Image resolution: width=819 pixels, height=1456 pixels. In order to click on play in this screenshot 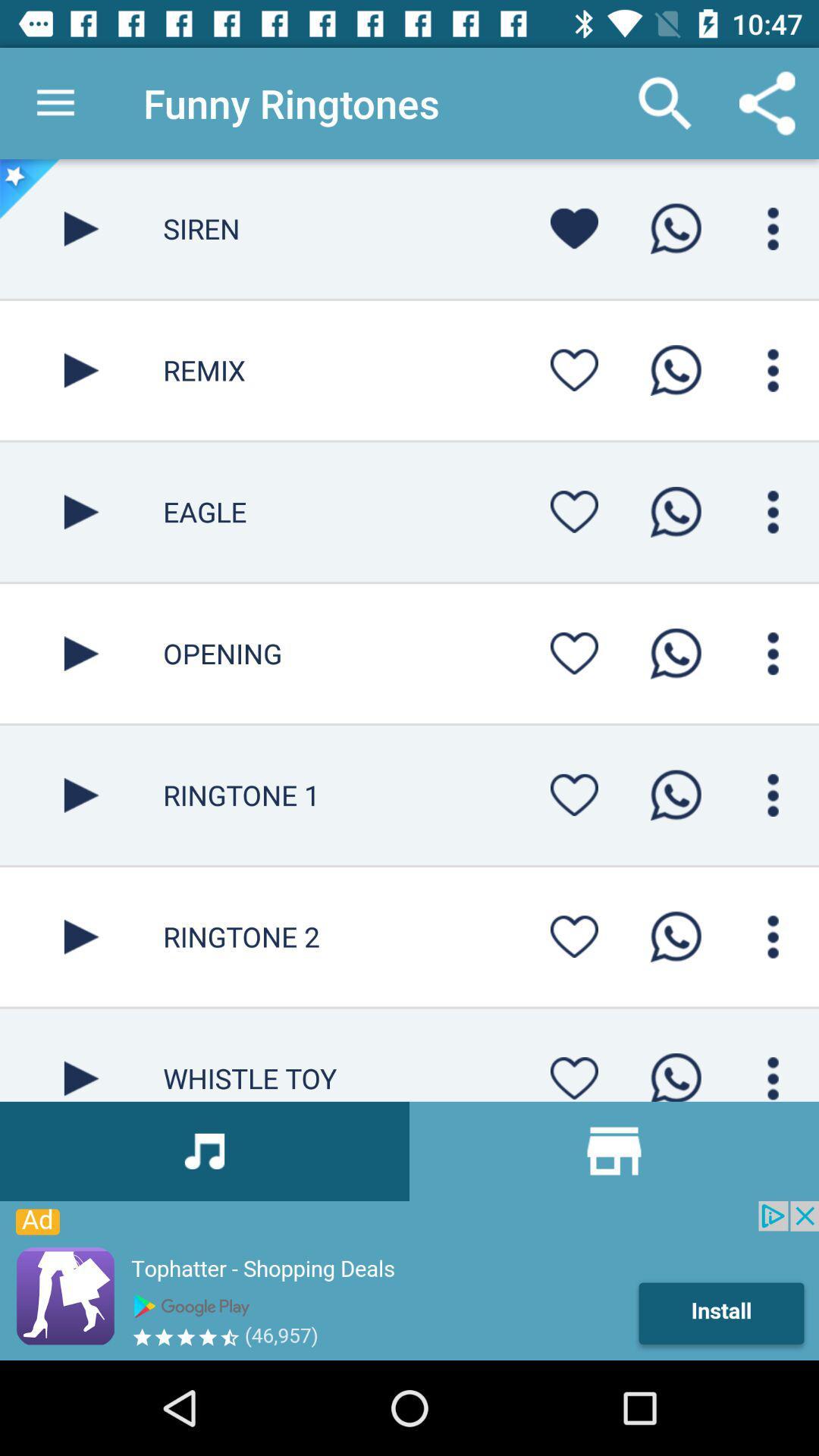, I will do `click(81, 794)`.